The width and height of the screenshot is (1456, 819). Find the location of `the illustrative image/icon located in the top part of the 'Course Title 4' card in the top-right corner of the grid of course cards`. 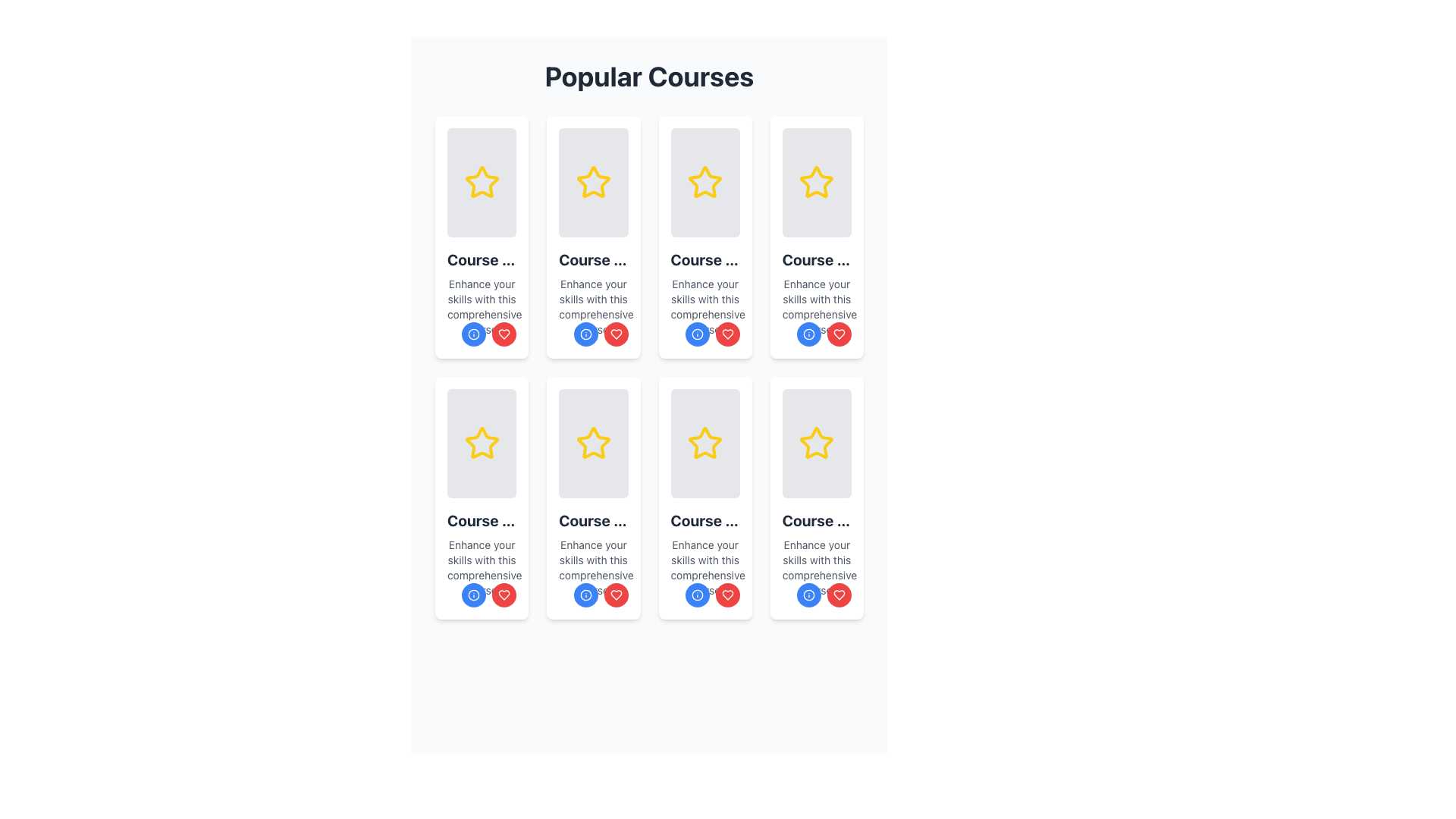

the illustrative image/icon located in the top part of the 'Course Title 4' card in the top-right corner of the grid of course cards is located at coordinates (816, 181).